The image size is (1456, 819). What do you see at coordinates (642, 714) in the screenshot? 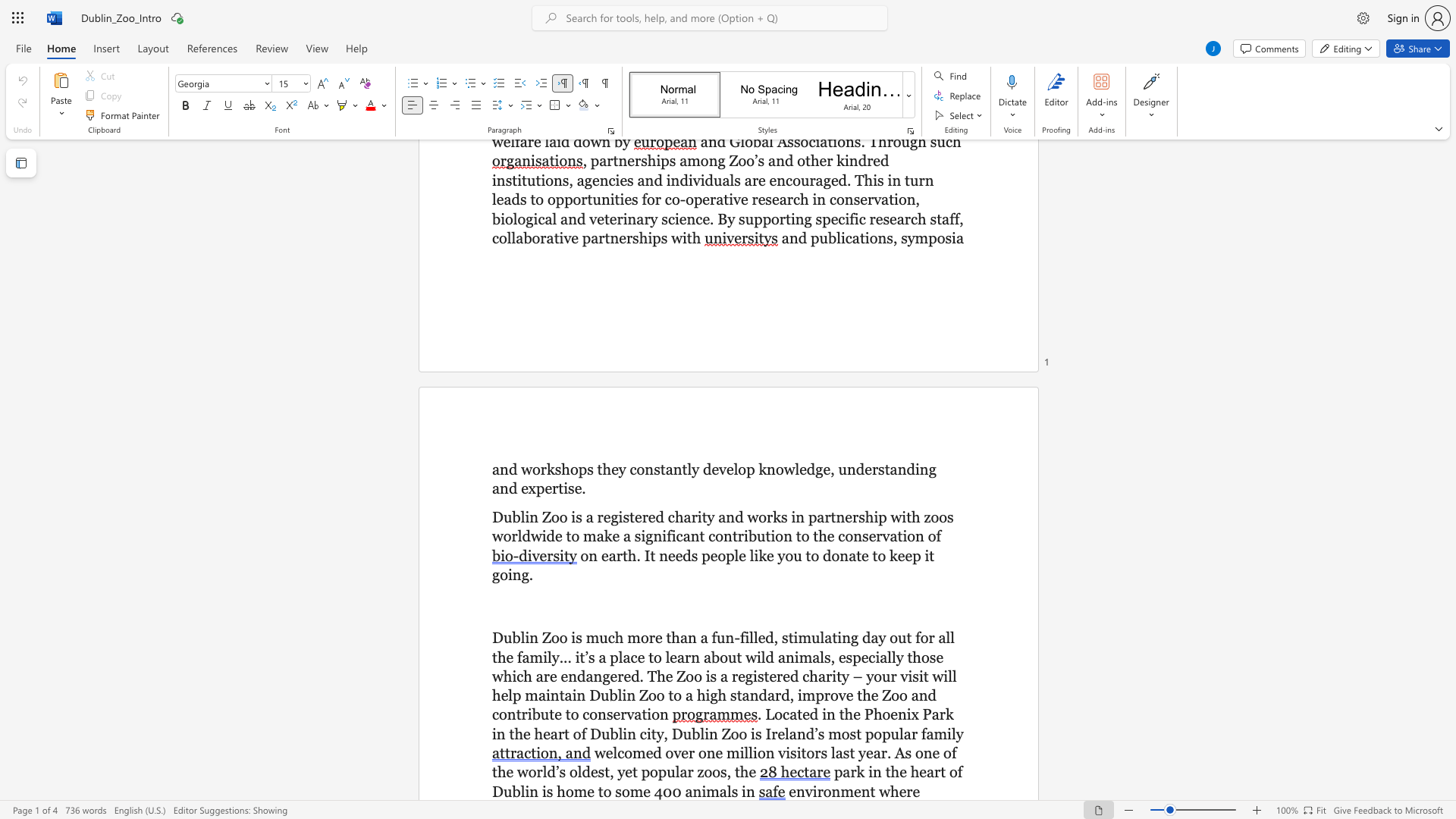
I see `the subset text "tio" within the text "Dublin Zoo to a high standard, improve the Zoo and contribute to conservation"` at bounding box center [642, 714].